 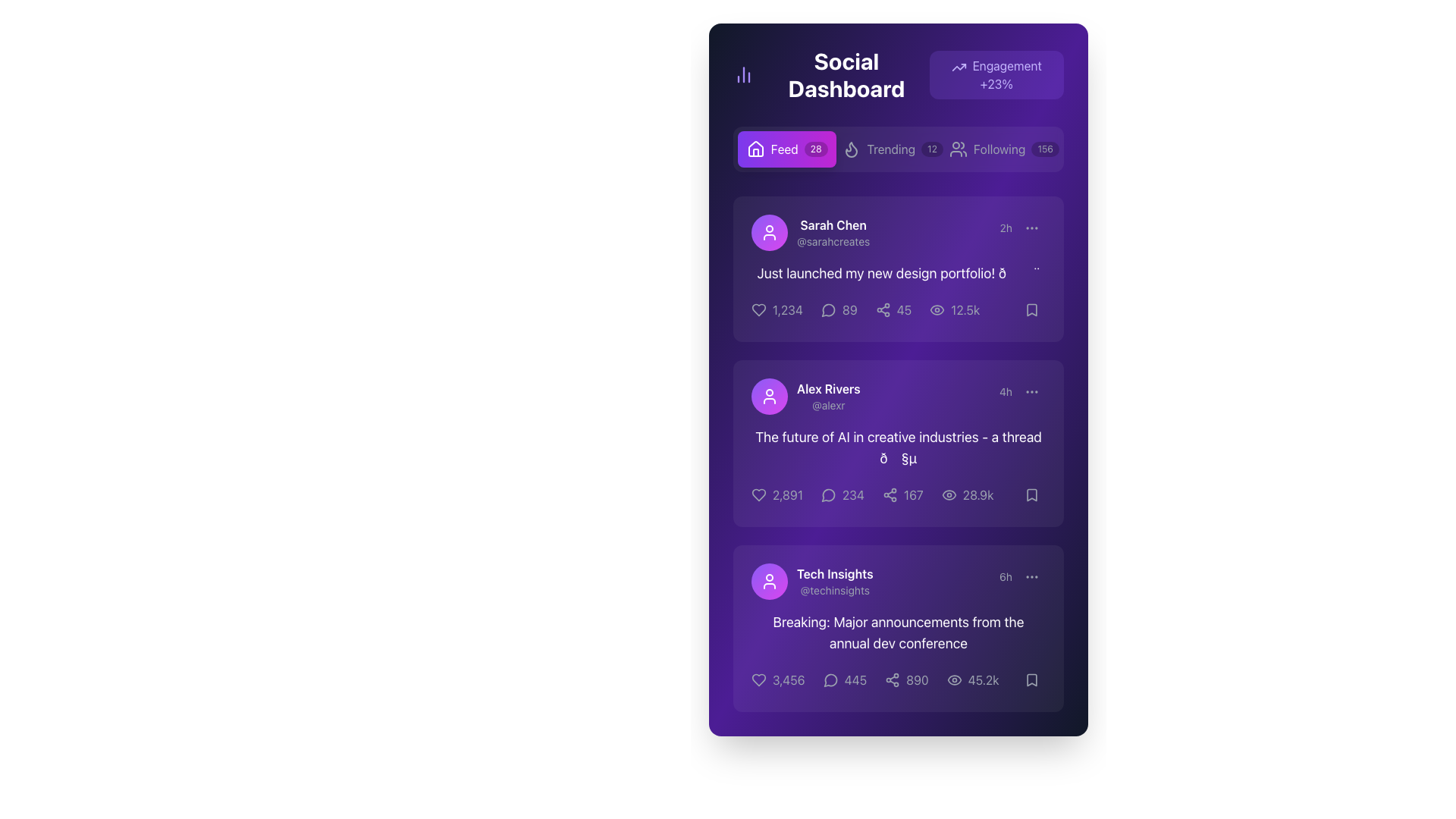 I want to click on the comment icon located to the left of the number '89', so click(x=827, y=309).